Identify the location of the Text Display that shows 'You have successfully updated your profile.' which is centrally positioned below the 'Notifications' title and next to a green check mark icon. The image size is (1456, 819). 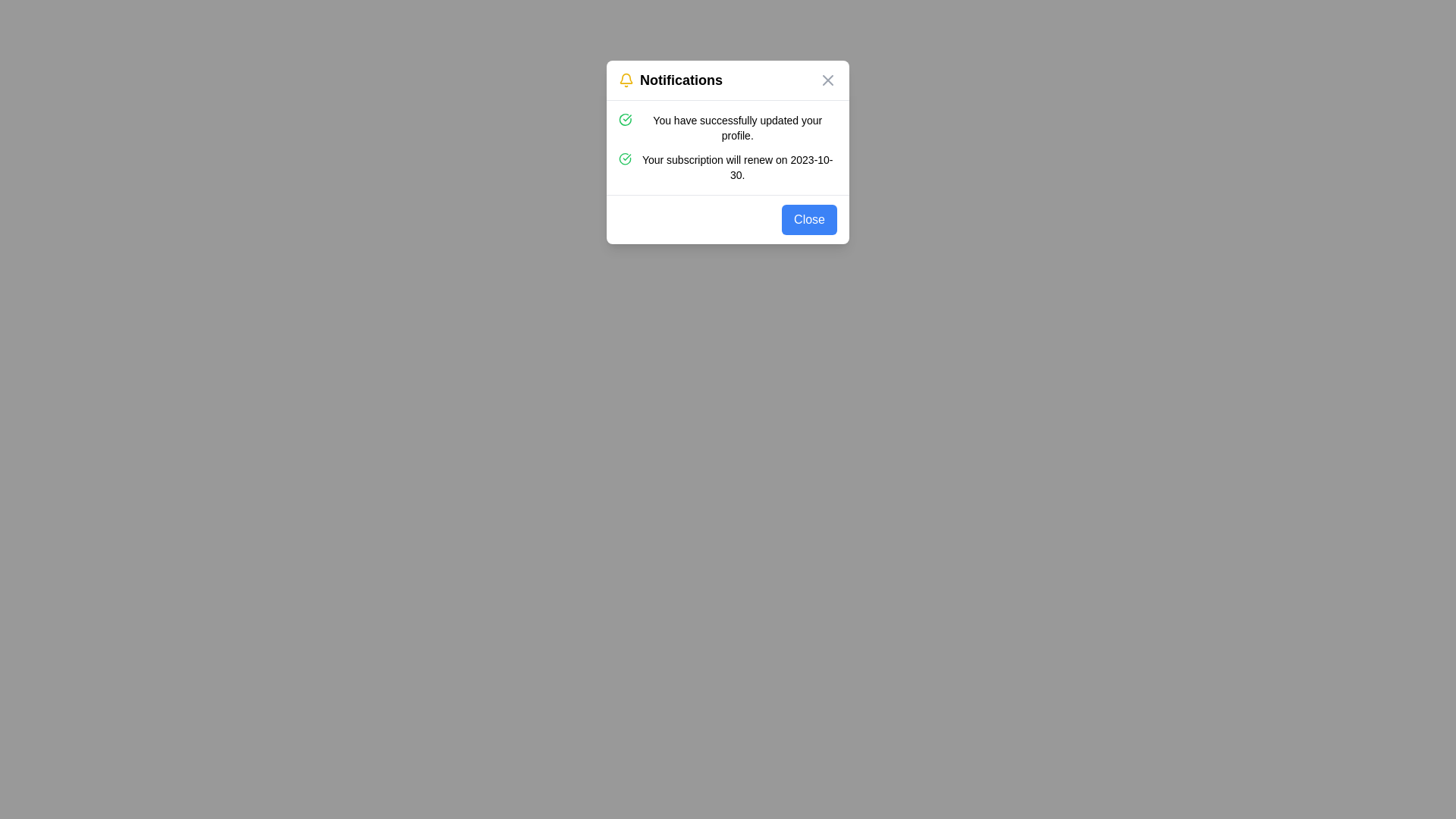
(737, 127).